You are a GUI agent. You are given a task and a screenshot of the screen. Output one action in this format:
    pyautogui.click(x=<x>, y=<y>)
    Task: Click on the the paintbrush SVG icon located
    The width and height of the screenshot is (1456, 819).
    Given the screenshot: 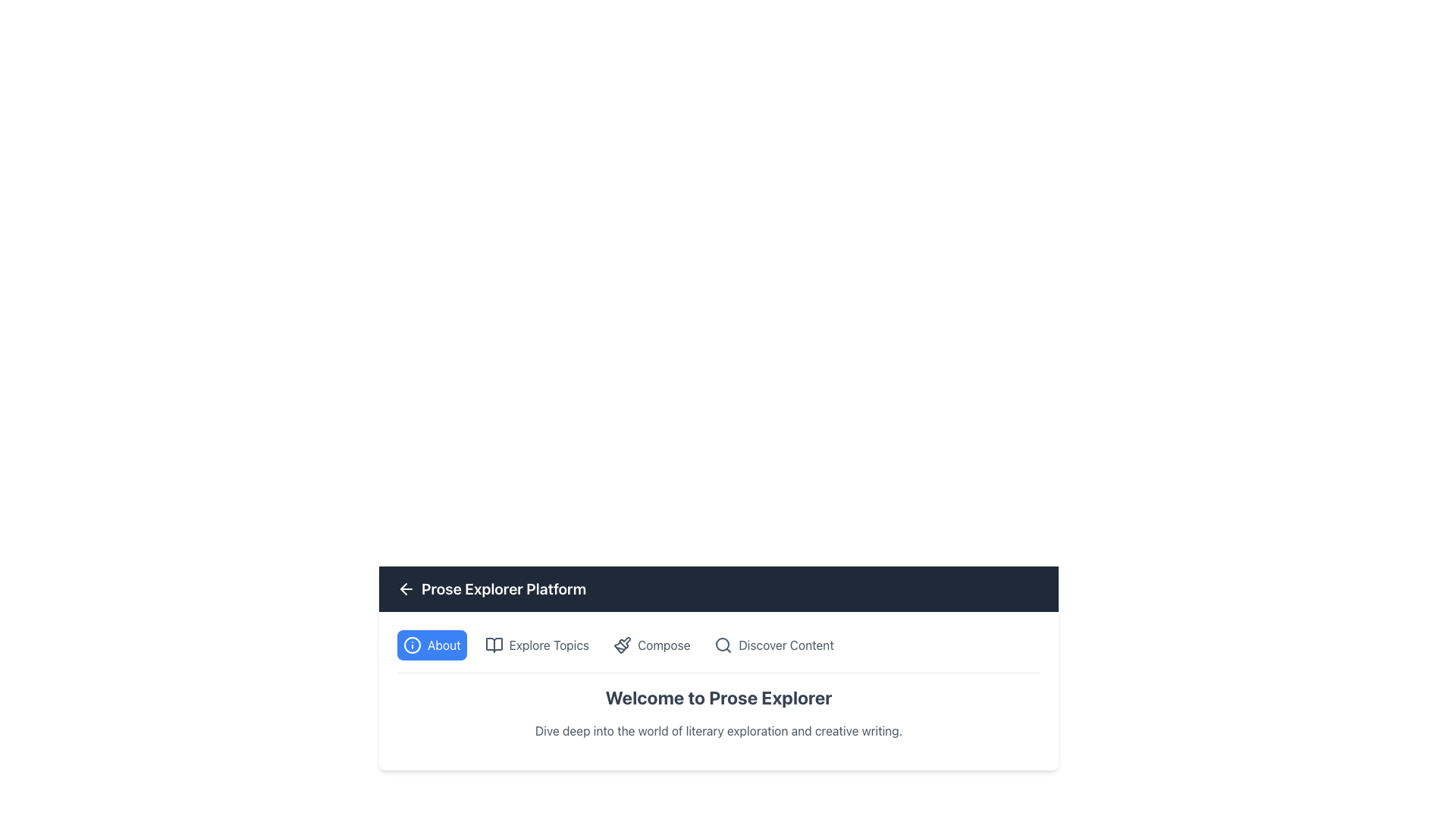 What is the action you would take?
    pyautogui.click(x=625, y=642)
    